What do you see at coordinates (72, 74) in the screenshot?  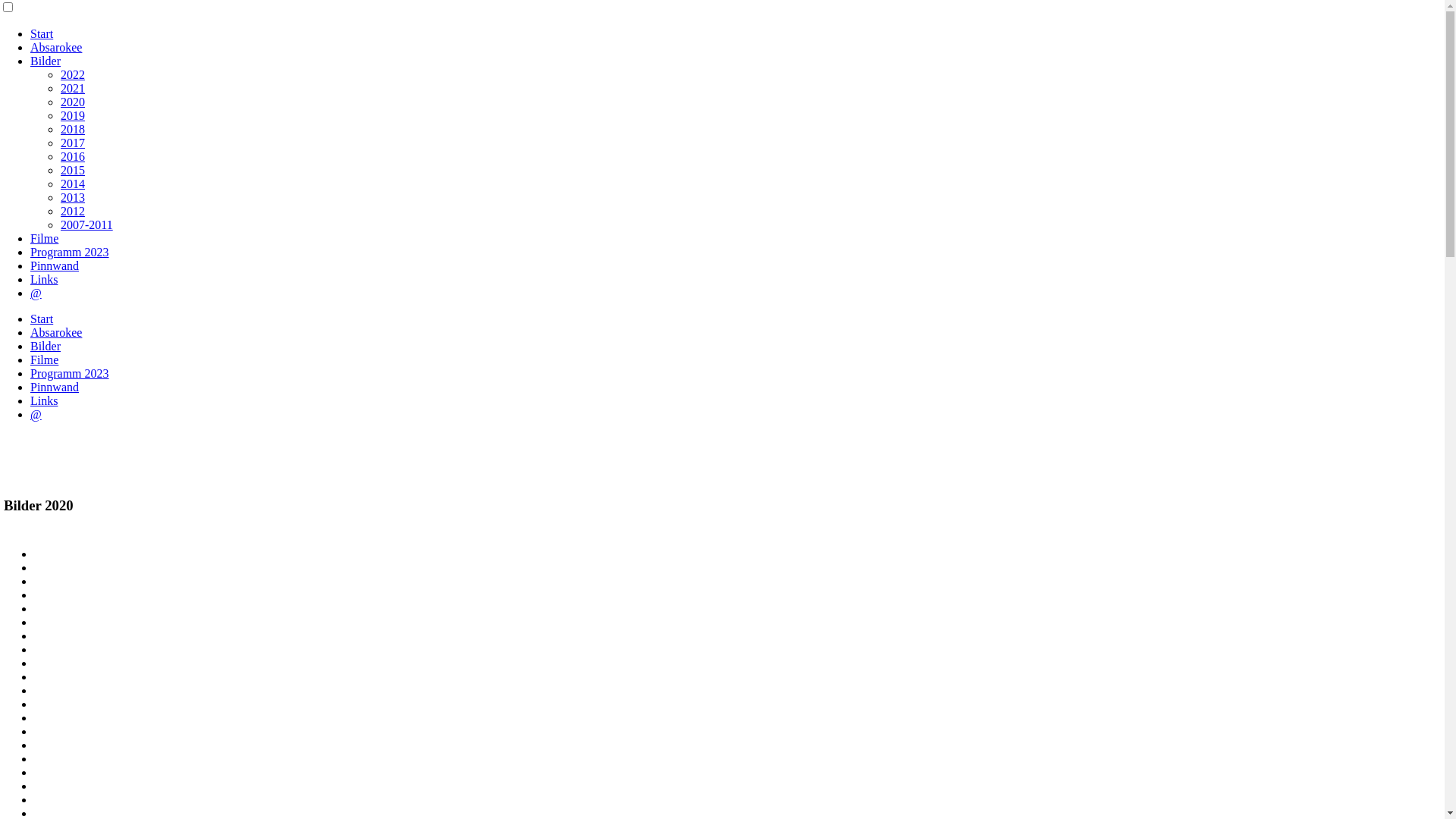 I see `'2022'` at bounding box center [72, 74].